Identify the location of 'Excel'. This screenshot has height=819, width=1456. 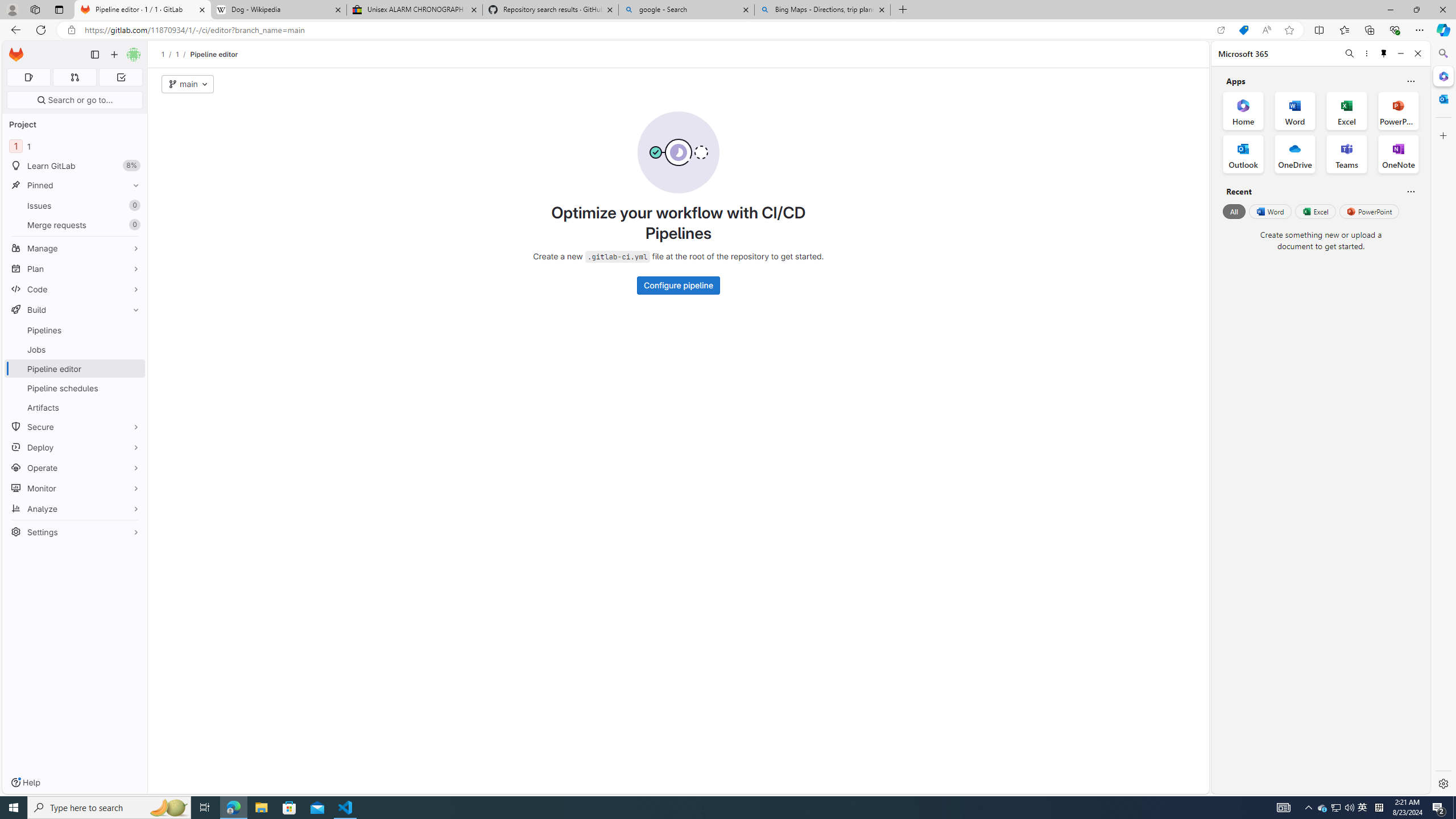
(1314, 211).